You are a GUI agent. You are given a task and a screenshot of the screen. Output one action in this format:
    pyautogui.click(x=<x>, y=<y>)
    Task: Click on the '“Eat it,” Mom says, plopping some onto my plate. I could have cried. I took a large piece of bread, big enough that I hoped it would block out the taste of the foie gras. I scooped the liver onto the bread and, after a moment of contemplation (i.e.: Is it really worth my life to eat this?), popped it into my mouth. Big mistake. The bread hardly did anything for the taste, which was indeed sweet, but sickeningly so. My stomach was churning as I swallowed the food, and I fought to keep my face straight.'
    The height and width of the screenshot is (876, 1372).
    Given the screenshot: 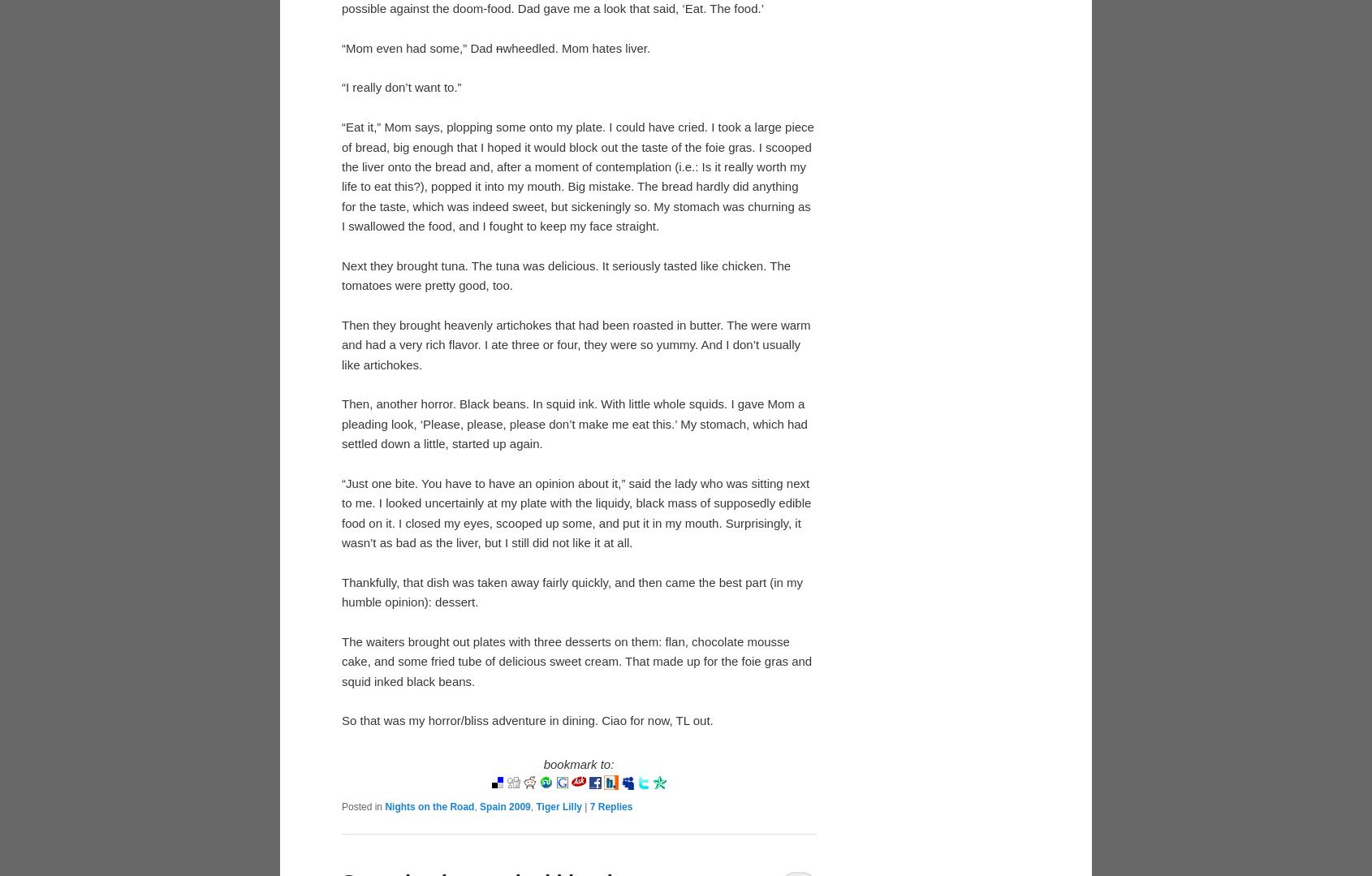 What is the action you would take?
    pyautogui.click(x=576, y=175)
    